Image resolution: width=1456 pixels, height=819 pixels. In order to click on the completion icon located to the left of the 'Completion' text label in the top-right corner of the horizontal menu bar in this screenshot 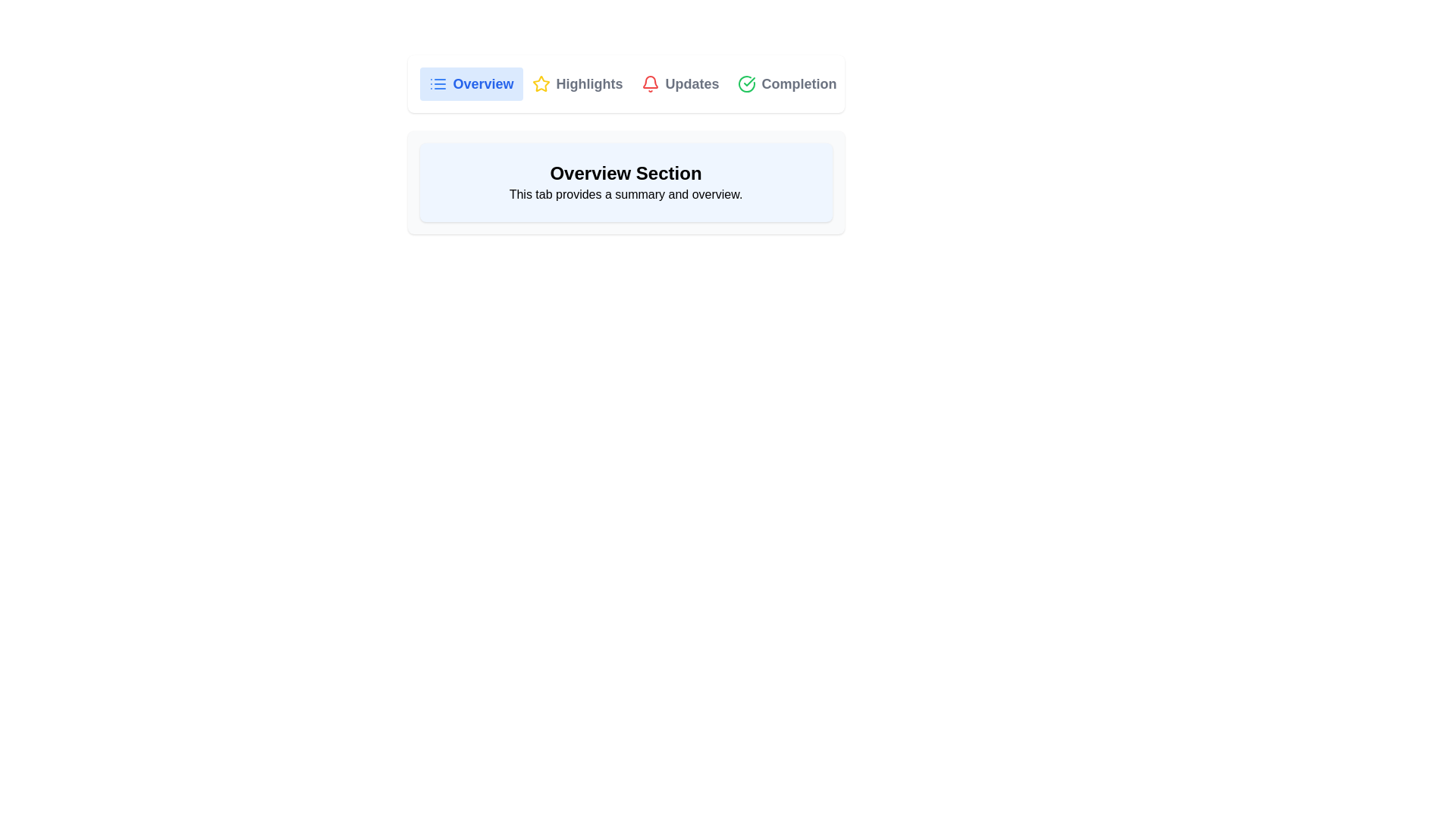, I will do `click(746, 84)`.